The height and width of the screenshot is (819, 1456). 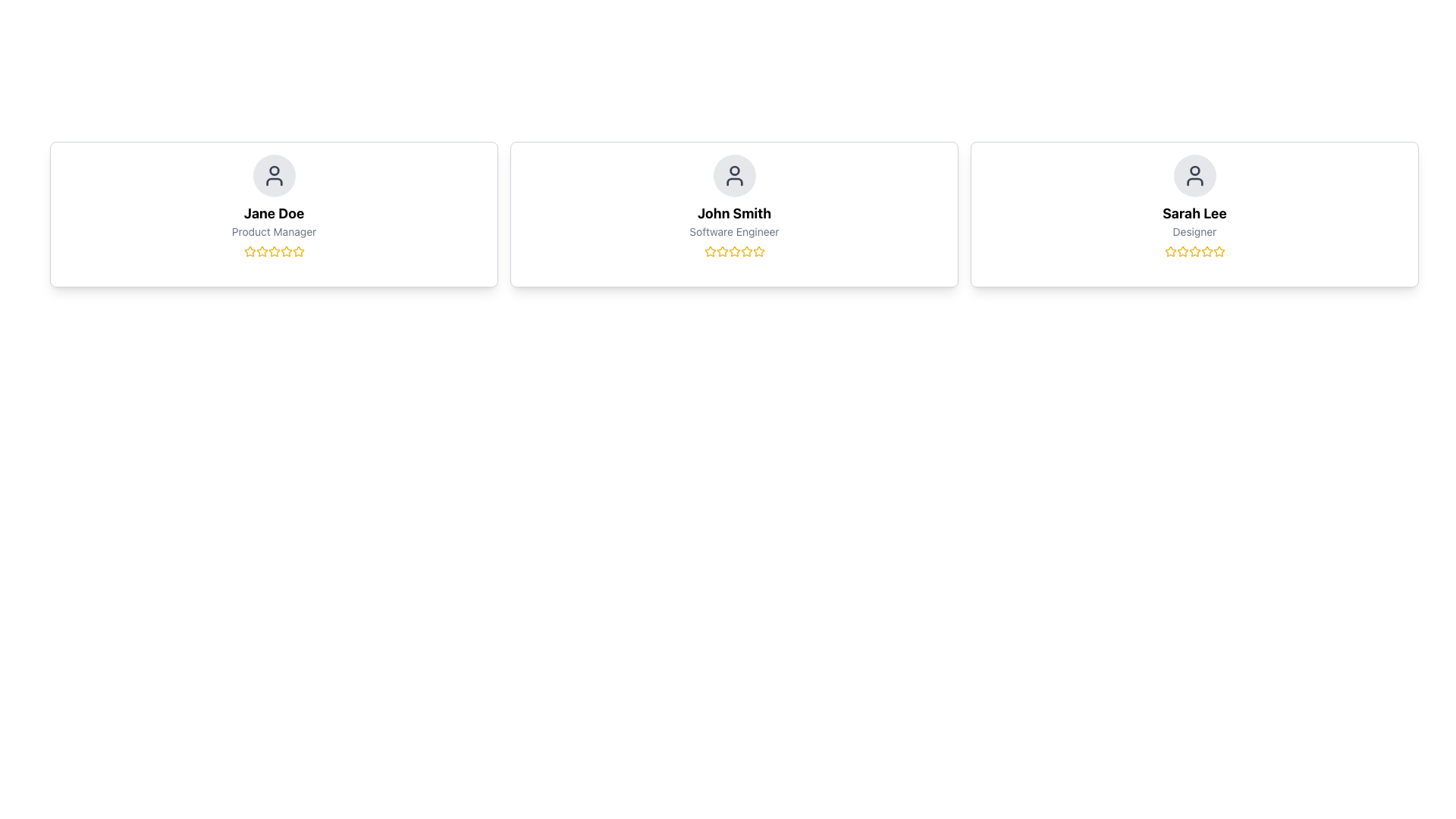 What do you see at coordinates (274, 171) in the screenshot?
I see `the circular highlight within the avatar icon of Jane Doe's user card, located at the top section of the leftmost user card in the layout` at bounding box center [274, 171].